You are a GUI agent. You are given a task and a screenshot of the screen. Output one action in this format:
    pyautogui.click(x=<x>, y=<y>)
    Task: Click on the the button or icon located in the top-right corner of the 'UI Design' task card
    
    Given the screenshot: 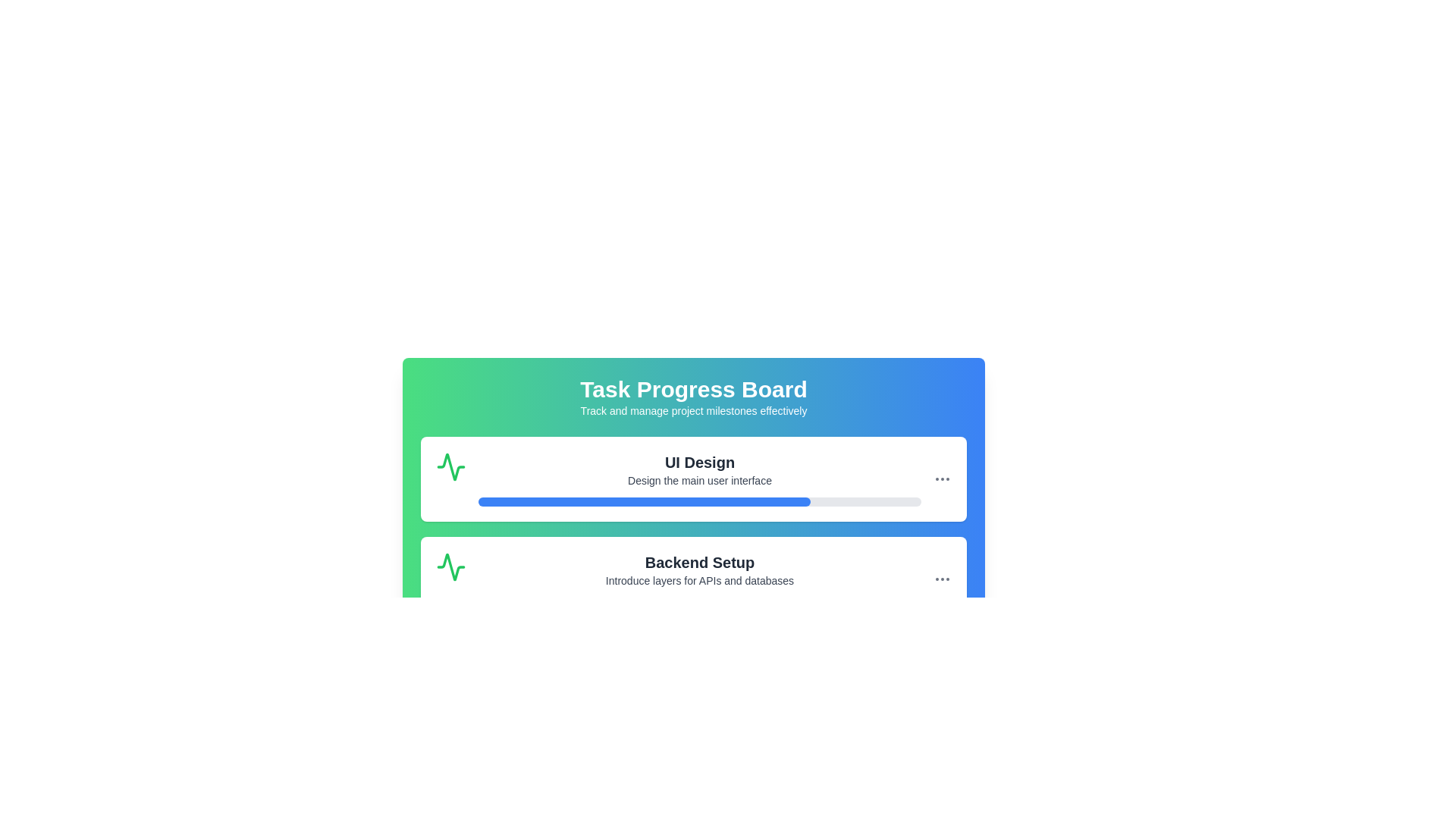 What is the action you would take?
    pyautogui.click(x=942, y=579)
    